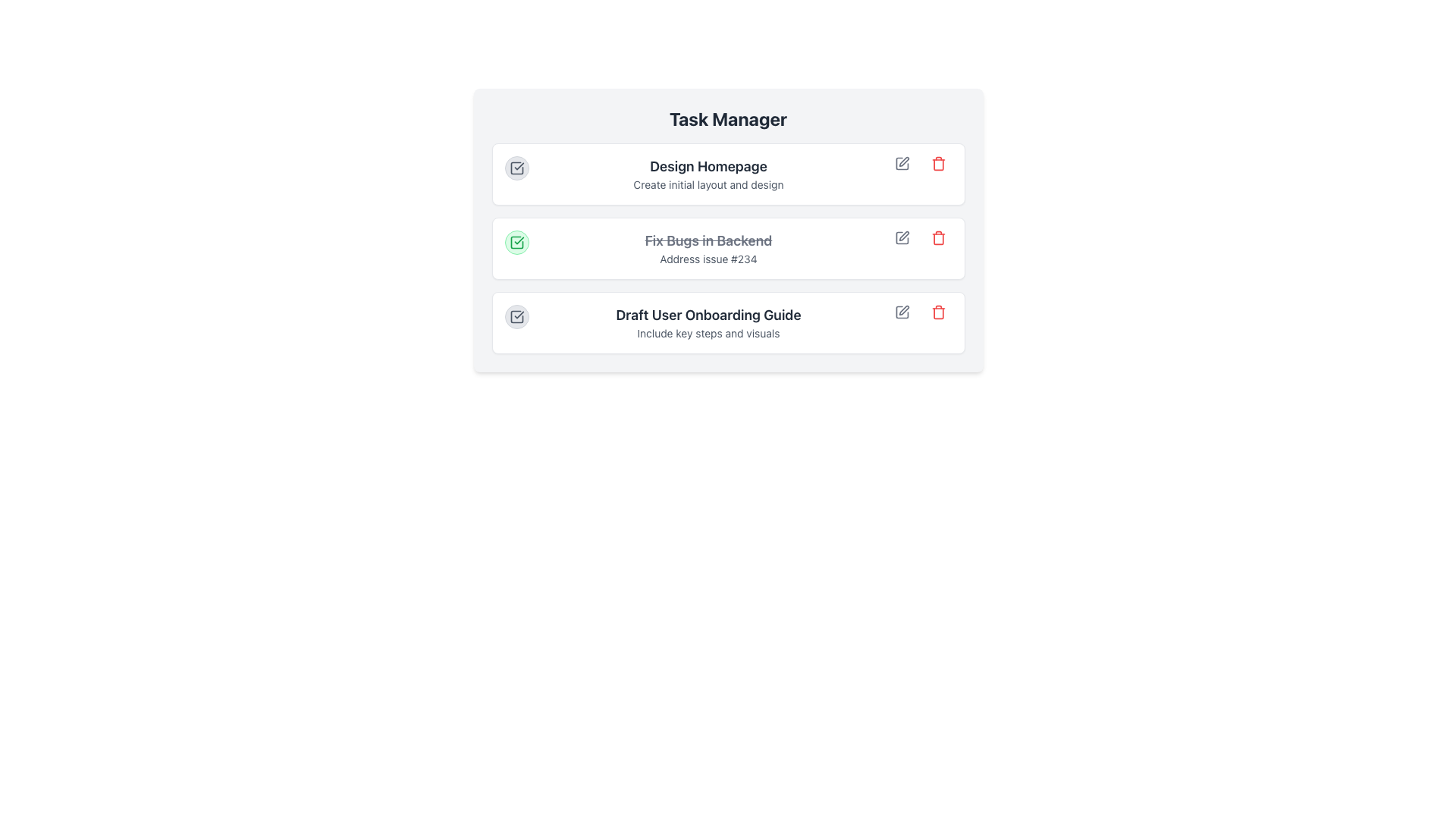 The width and height of the screenshot is (1456, 819). I want to click on the title text label located at the top of the third task card in the task list for visual identification of the specific task item, so click(708, 315).